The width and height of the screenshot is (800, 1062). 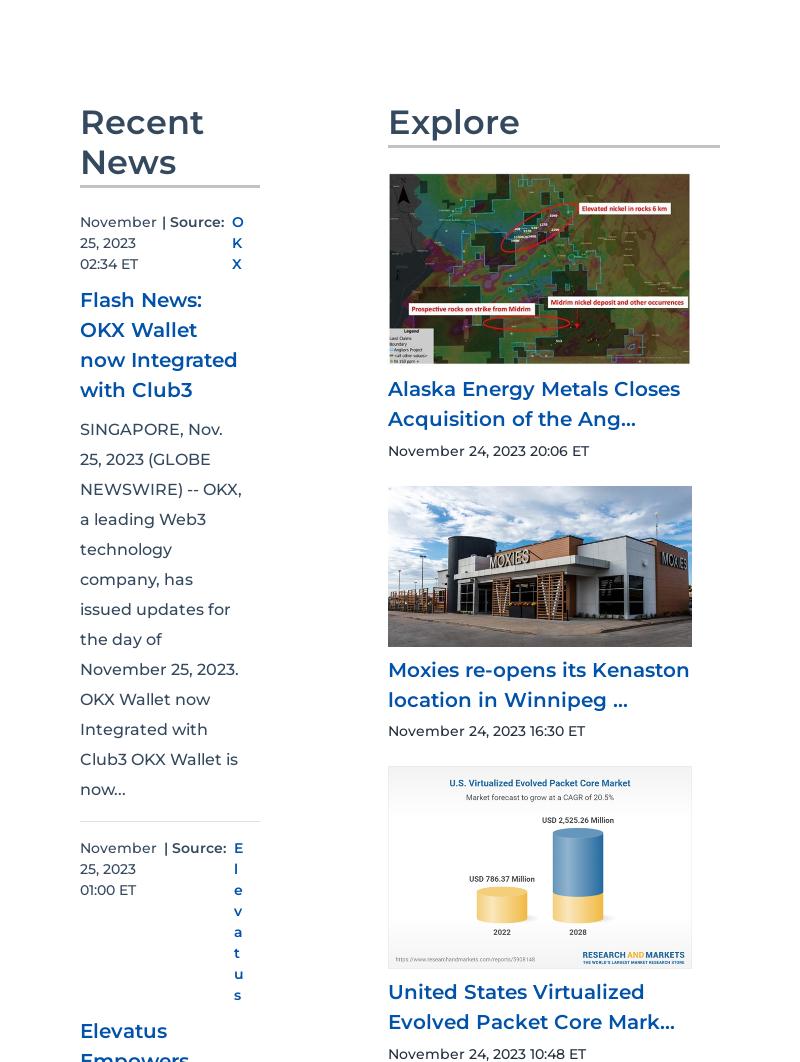 I want to click on 'November 25, 2023 02:34 ET', so click(x=80, y=242).